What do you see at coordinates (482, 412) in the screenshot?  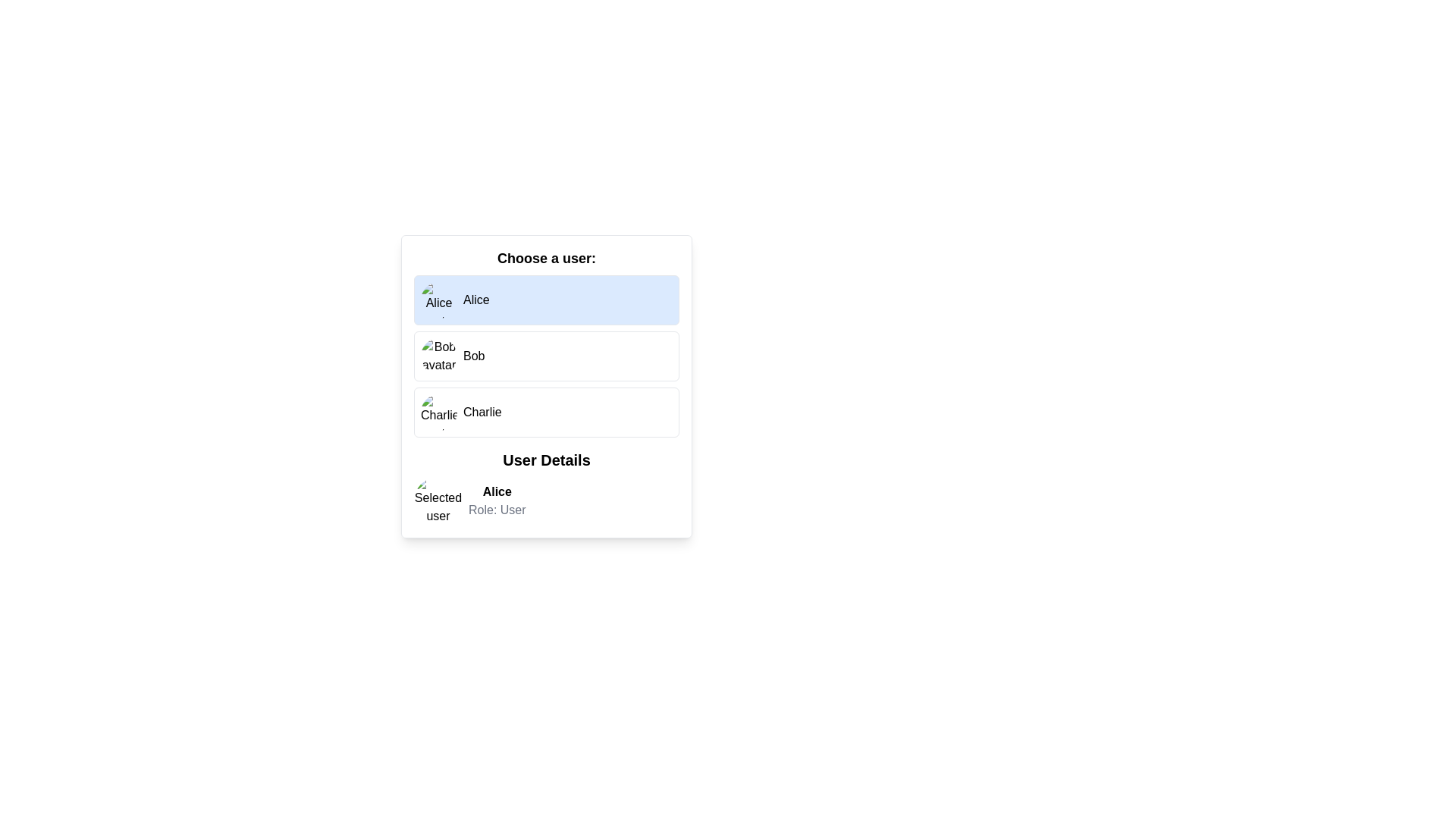 I see `the label identifying the user 'Charlie' in the user selection interface, located to the right of the circular avatar image` at bounding box center [482, 412].